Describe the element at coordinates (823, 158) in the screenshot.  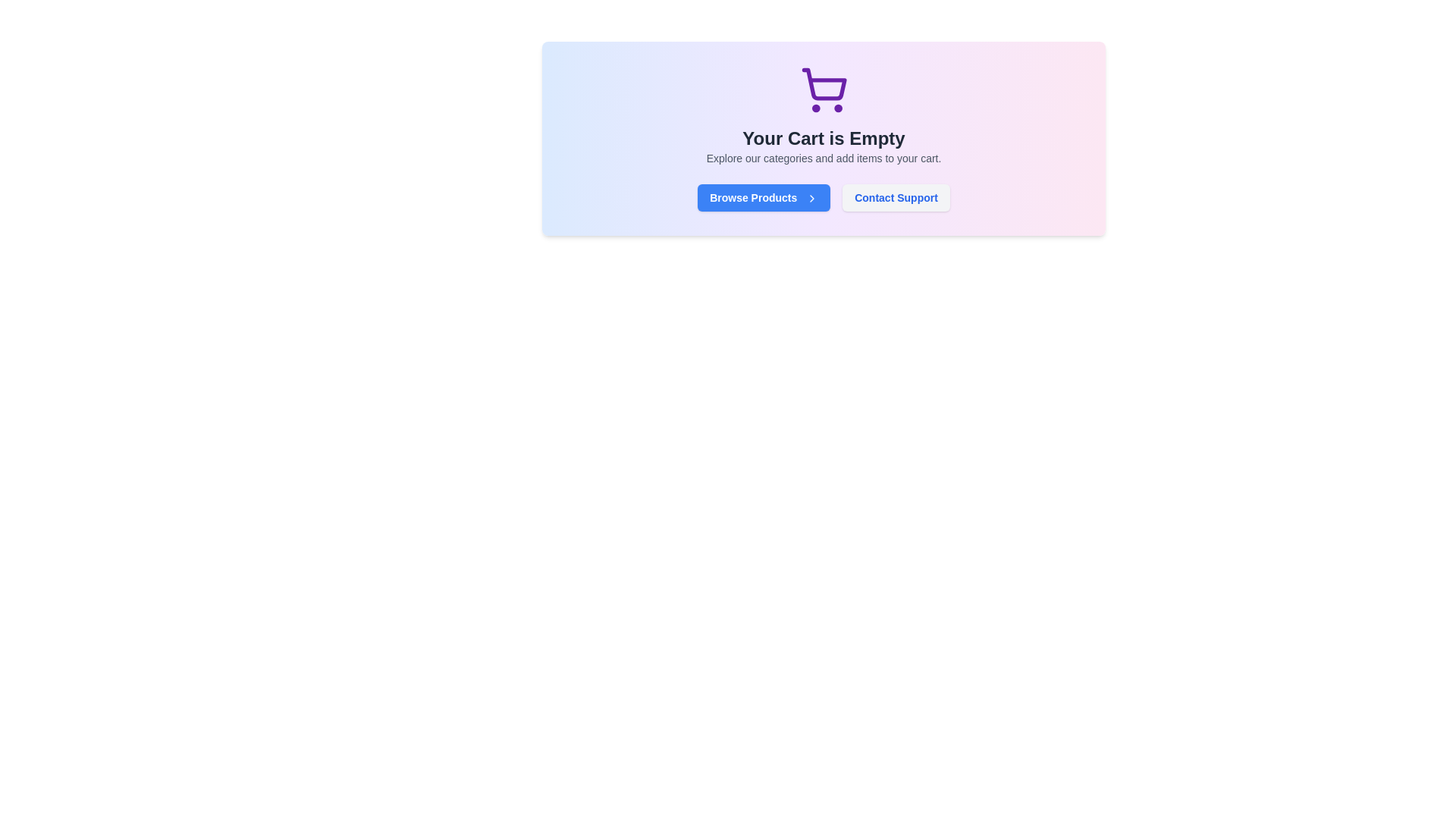
I see `the static text displaying 'Explore our categories and add items to your cart.' which is located beneath the heading 'Your Cart is Empty'` at that location.